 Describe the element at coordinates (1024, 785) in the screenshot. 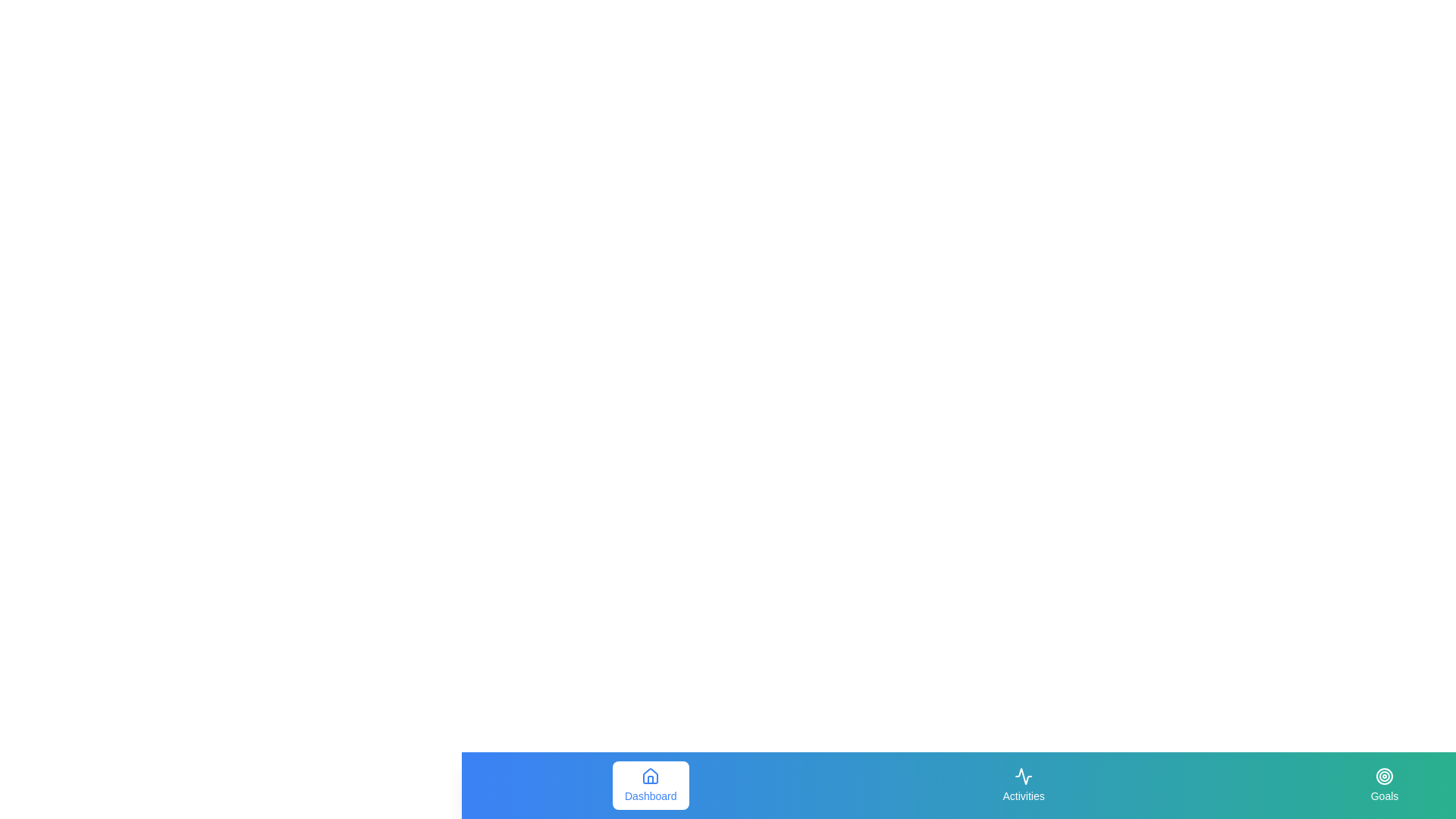

I see `the navigation tab labeled Activities` at that location.